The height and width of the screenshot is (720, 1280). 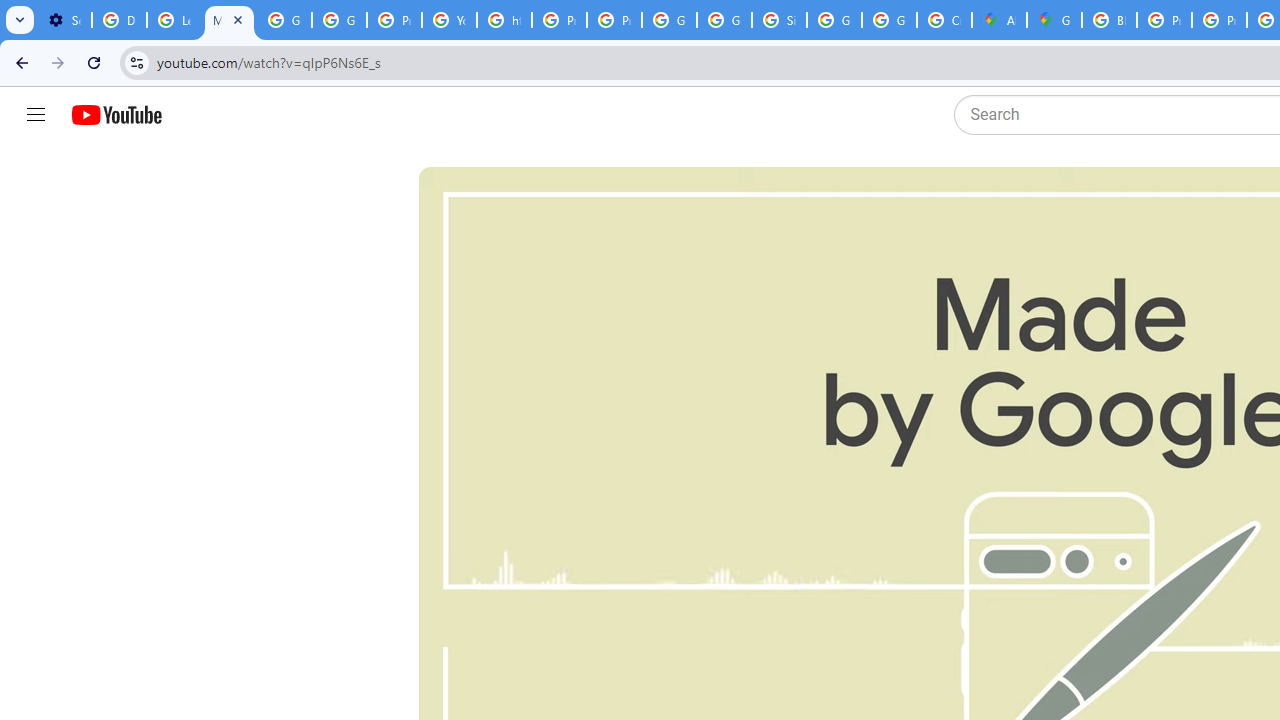 I want to click on 'Privacy Help Center - Policies Help', so click(x=1164, y=20).